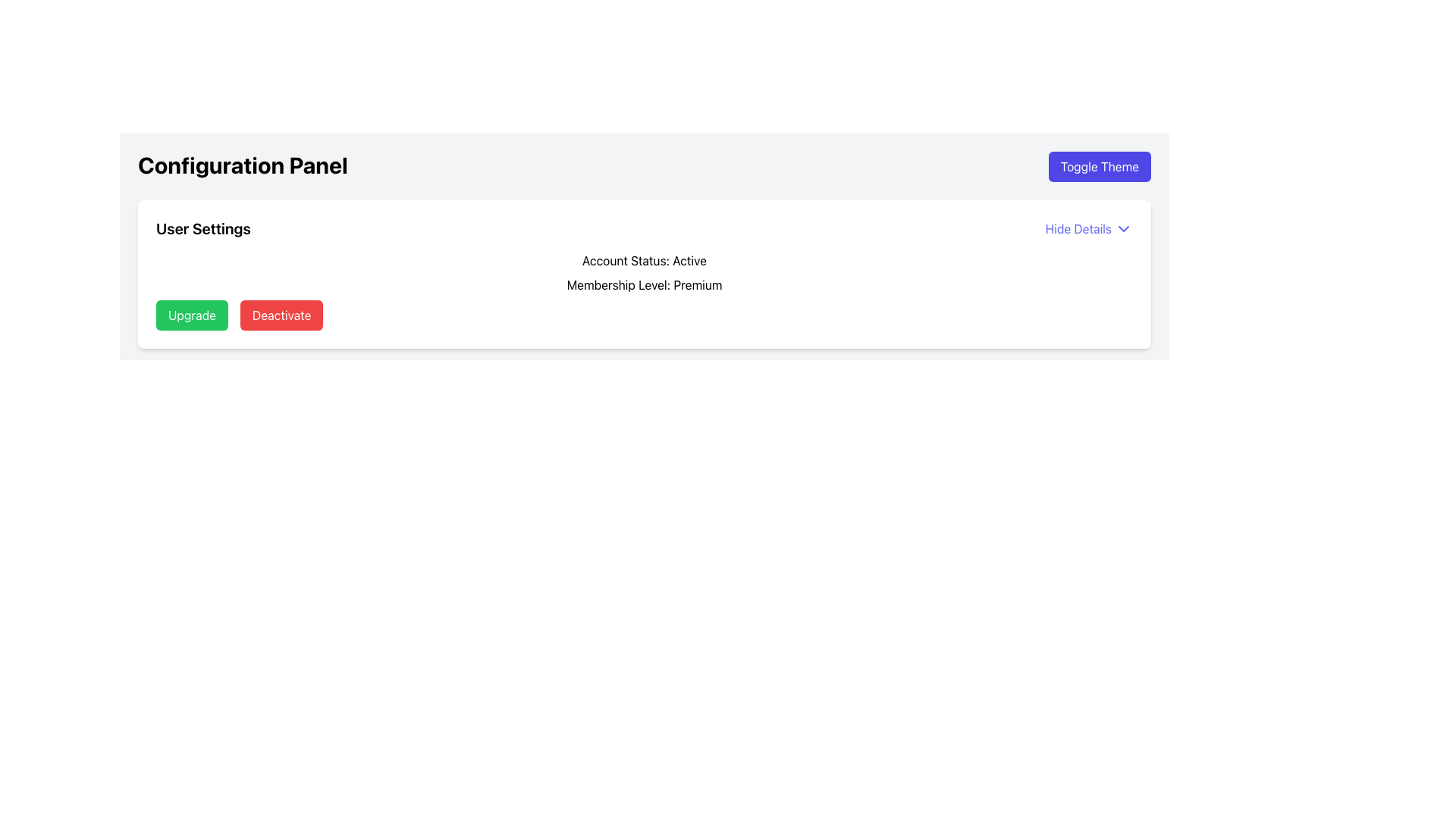 This screenshot has width=1456, height=819. Describe the element at coordinates (1100, 166) in the screenshot. I see `the 'Toggle Theme' button located at the top right of the 'Configuration Panel' section` at that location.